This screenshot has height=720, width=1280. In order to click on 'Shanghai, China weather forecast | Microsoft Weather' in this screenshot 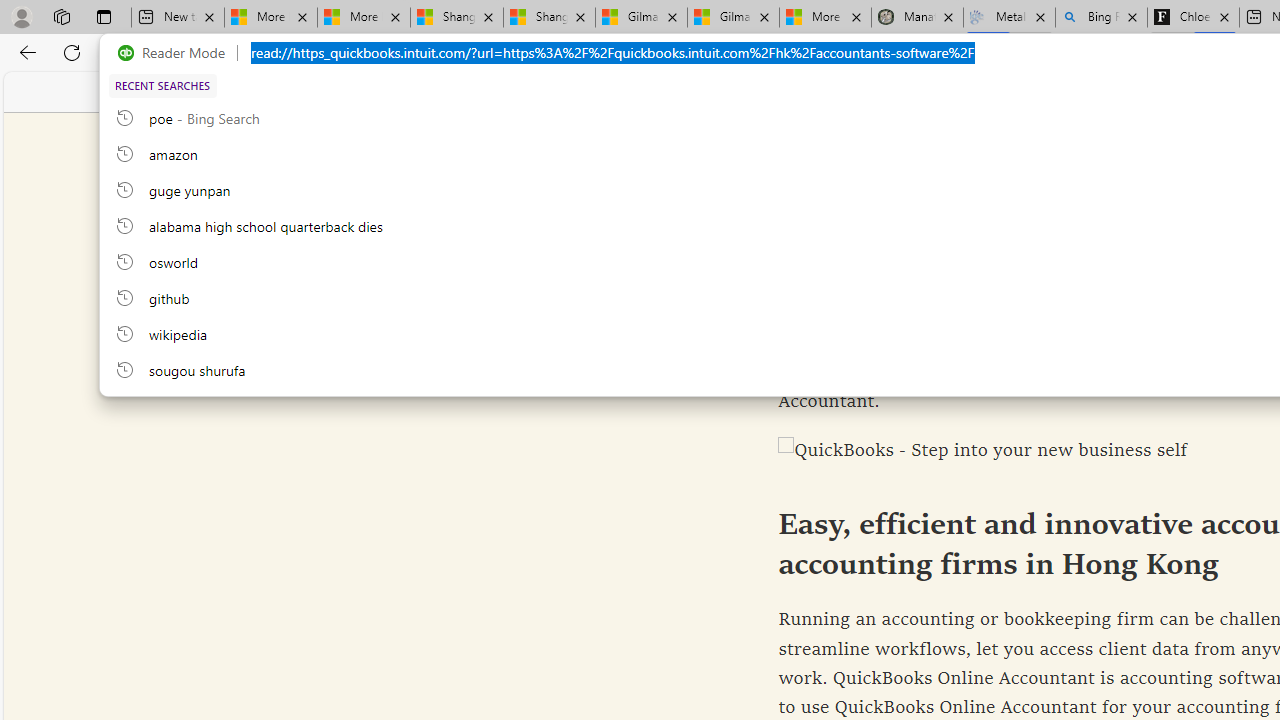, I will do `click(549, 17)`.